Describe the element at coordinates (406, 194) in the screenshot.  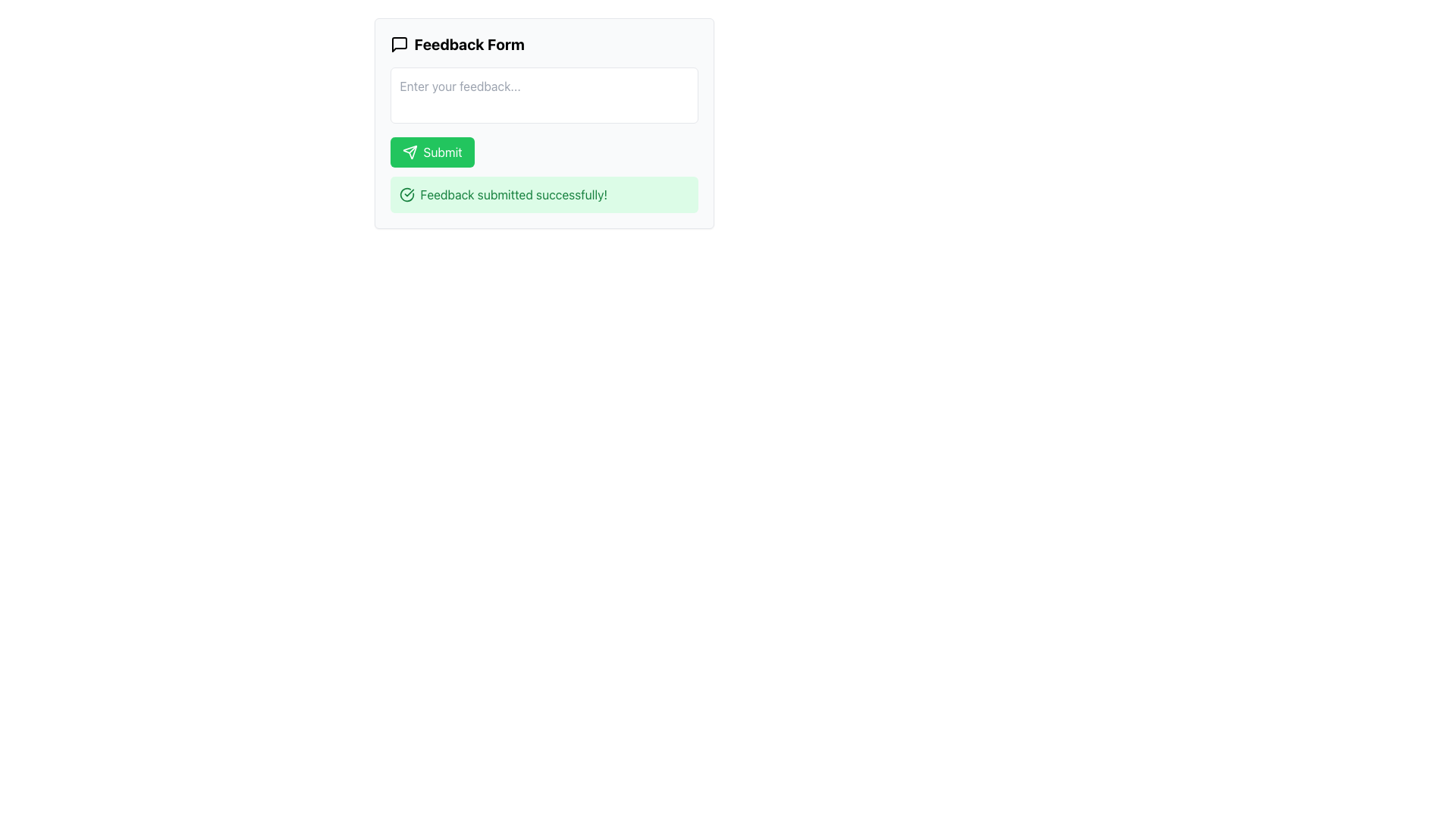
I see `the circular graphic surrounding the check mark within the SVG that indicates the completion of an action, reinforcing the 'Feedback submitted successfully!' message` at that location.